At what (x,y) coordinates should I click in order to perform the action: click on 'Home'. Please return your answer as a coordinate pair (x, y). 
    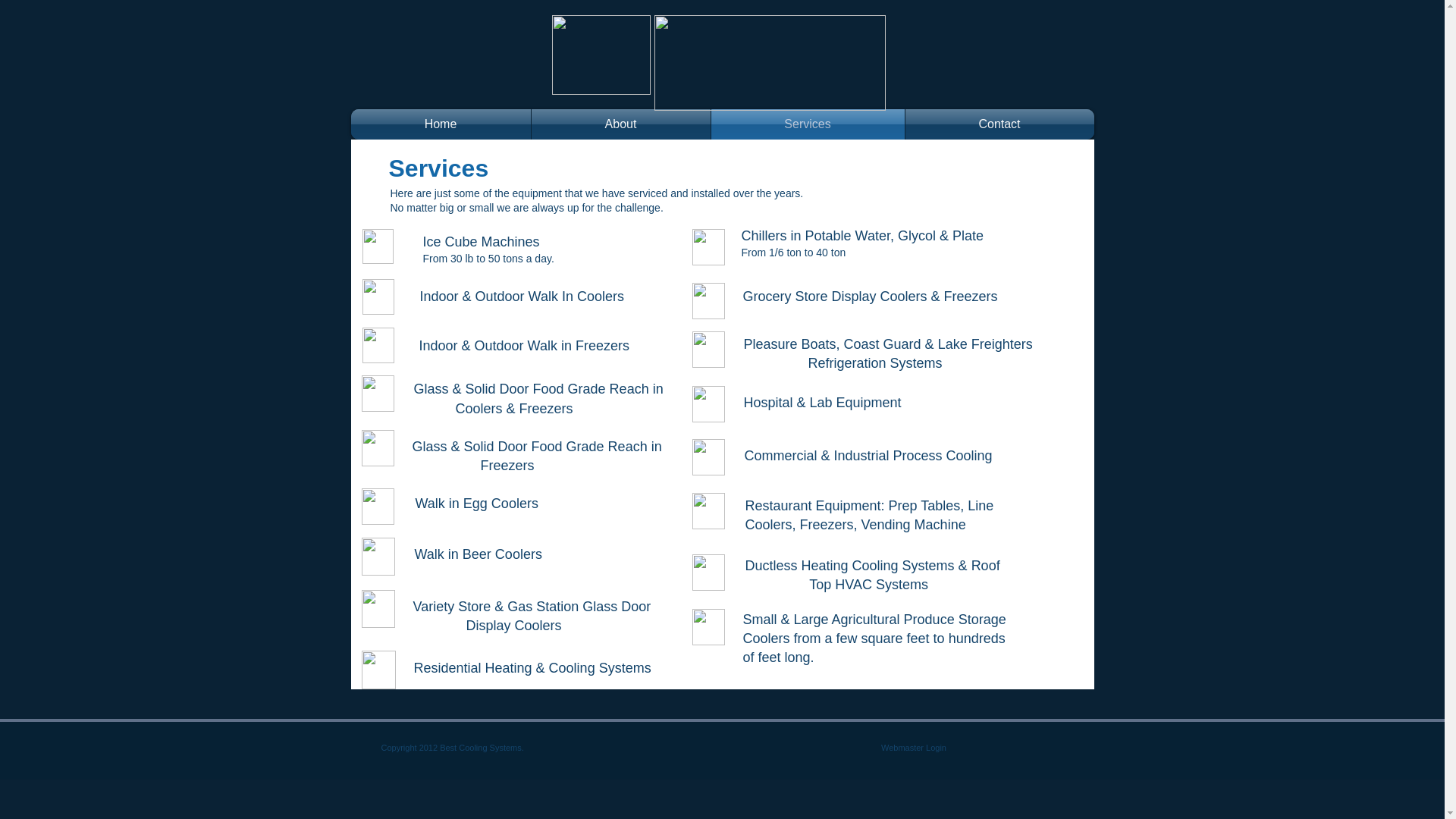
    Looking at the image, I should click on (439, 124).